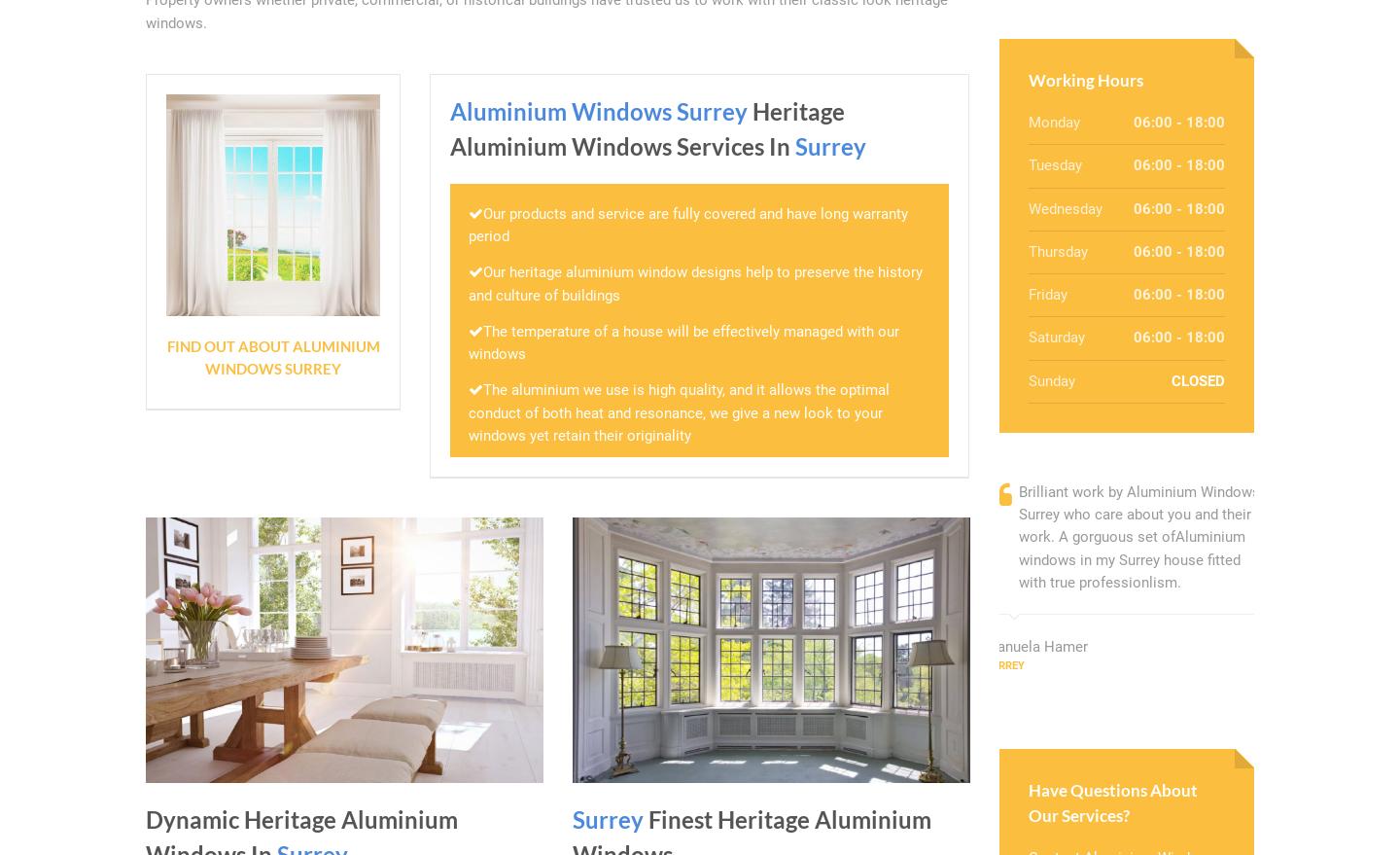 This screenshot has width=1400, height=855. Describe the element at coordinates (1138, 536) in the screenshot. I see `'Brilliant work by Aluminium Windows Surrey who care about you and their work. A gorguous set ofAluminium windows in my Surrey house fitted with true professionlism.'` at that location.